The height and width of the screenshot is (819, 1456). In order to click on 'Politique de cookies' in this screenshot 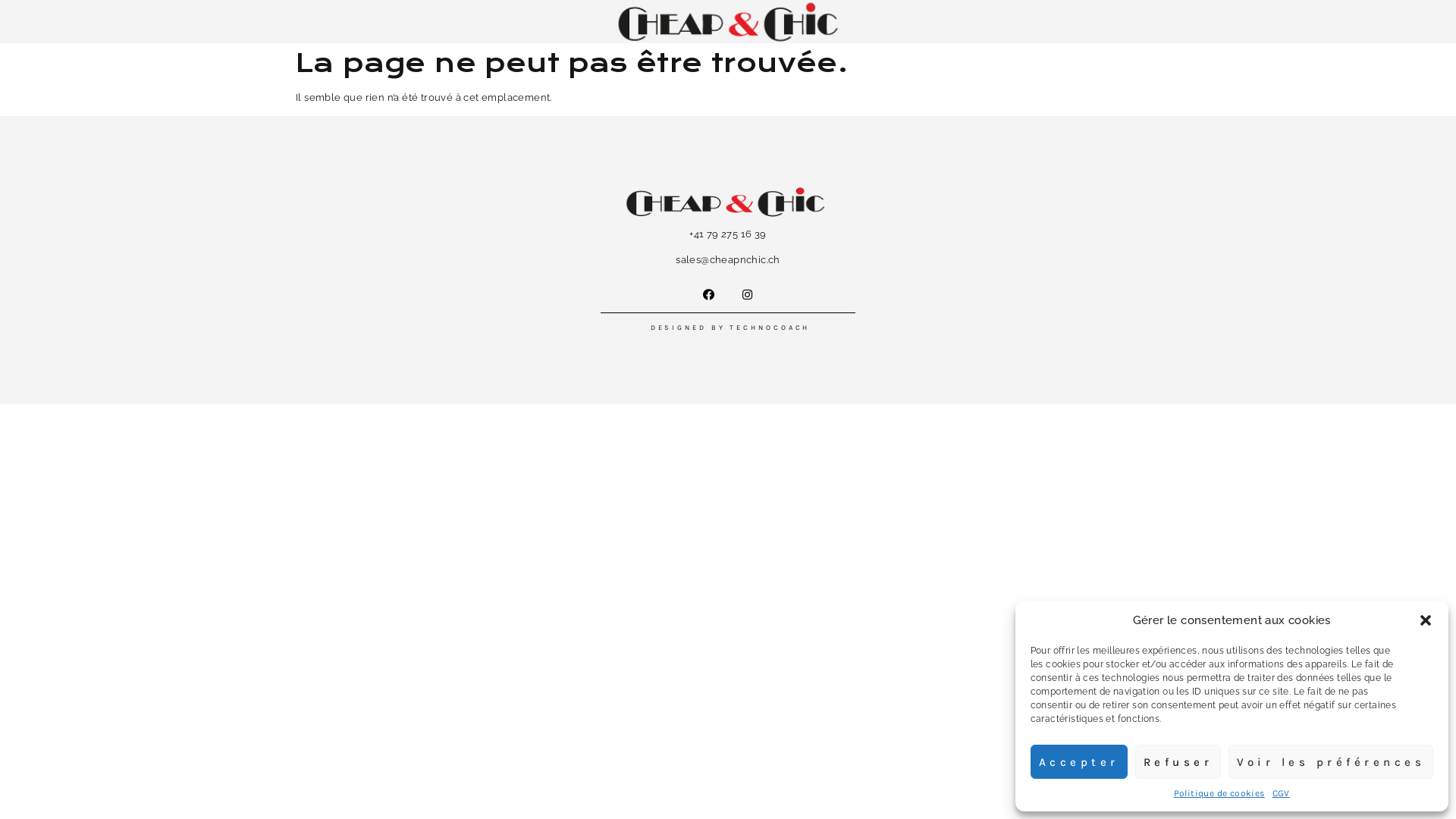, I will do `click(1219, 792)`.